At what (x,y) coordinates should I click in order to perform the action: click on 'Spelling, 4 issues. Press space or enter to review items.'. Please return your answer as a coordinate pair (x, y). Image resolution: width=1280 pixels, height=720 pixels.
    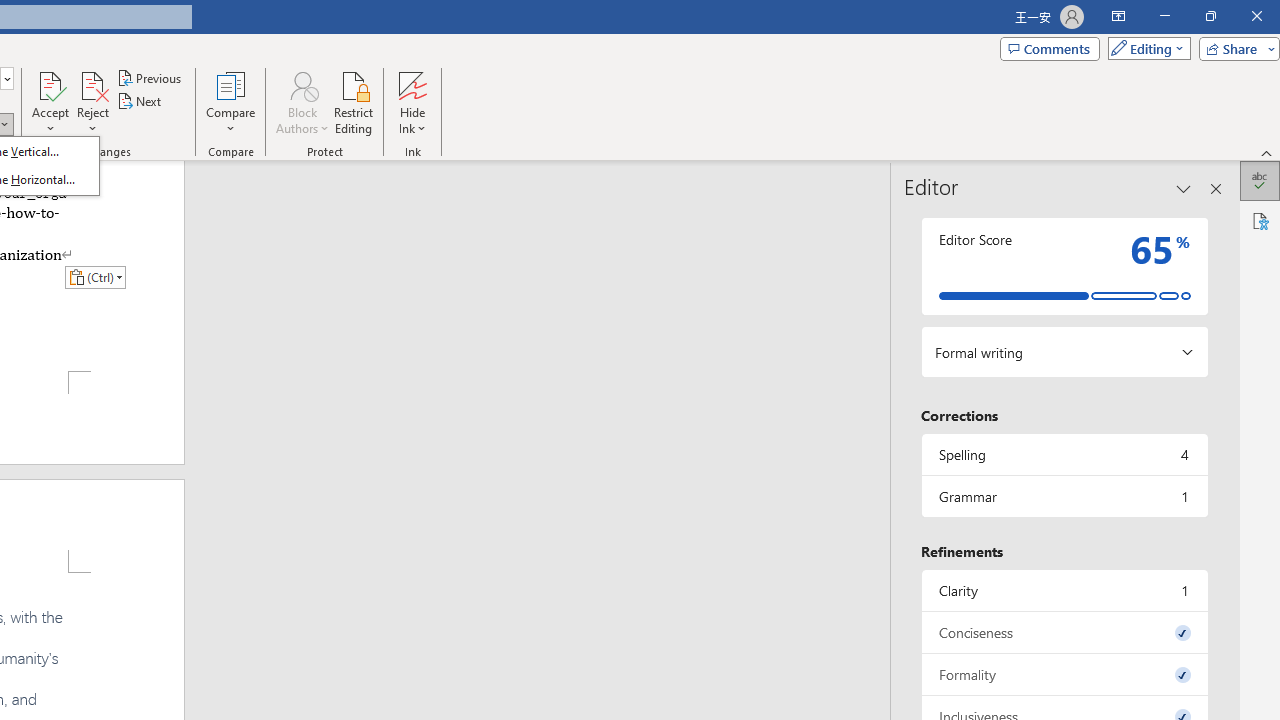
    Looking at the image, I should click on (1063, 454).